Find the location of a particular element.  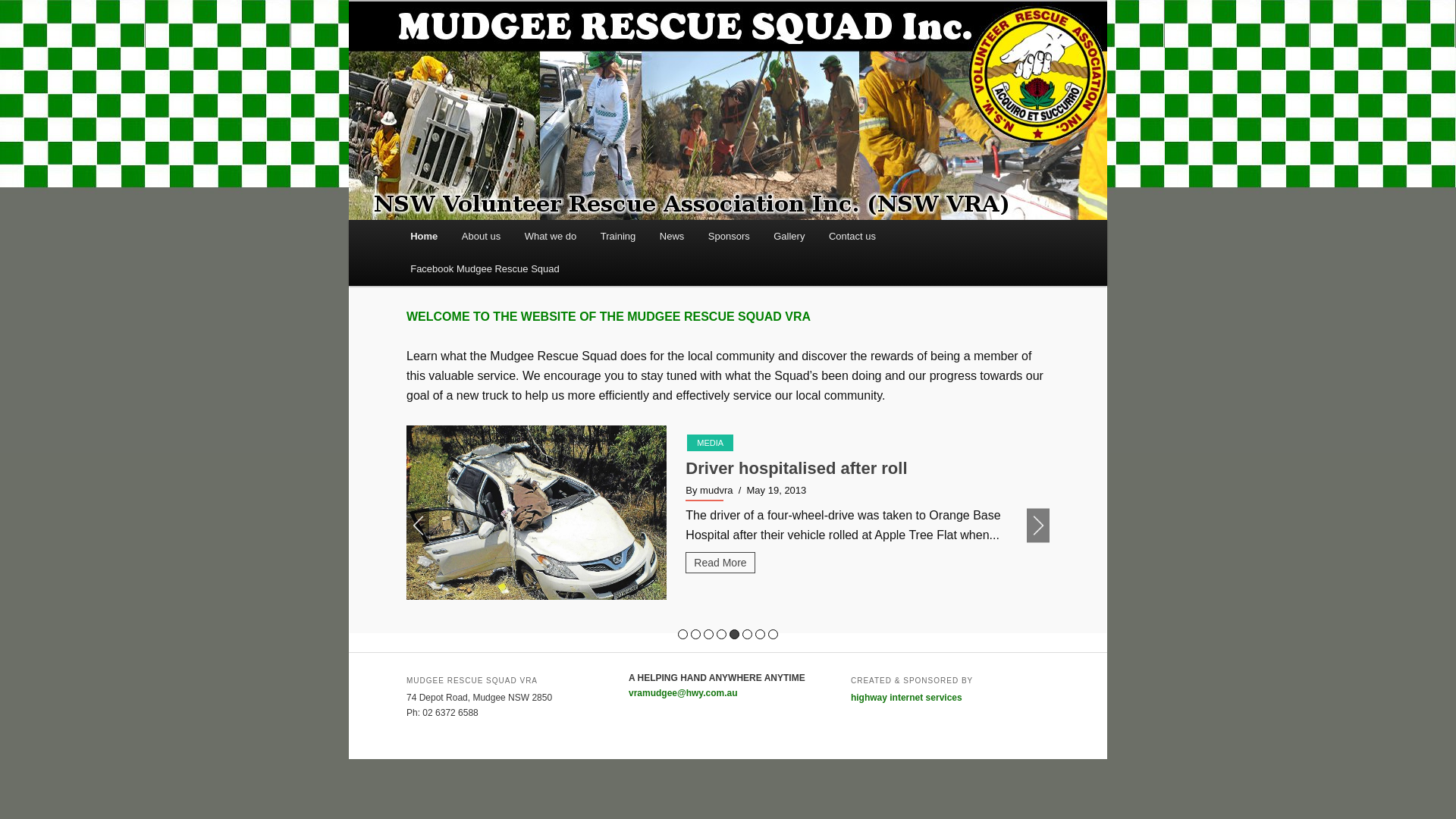

'About us' is located at coordinates (449, 236).